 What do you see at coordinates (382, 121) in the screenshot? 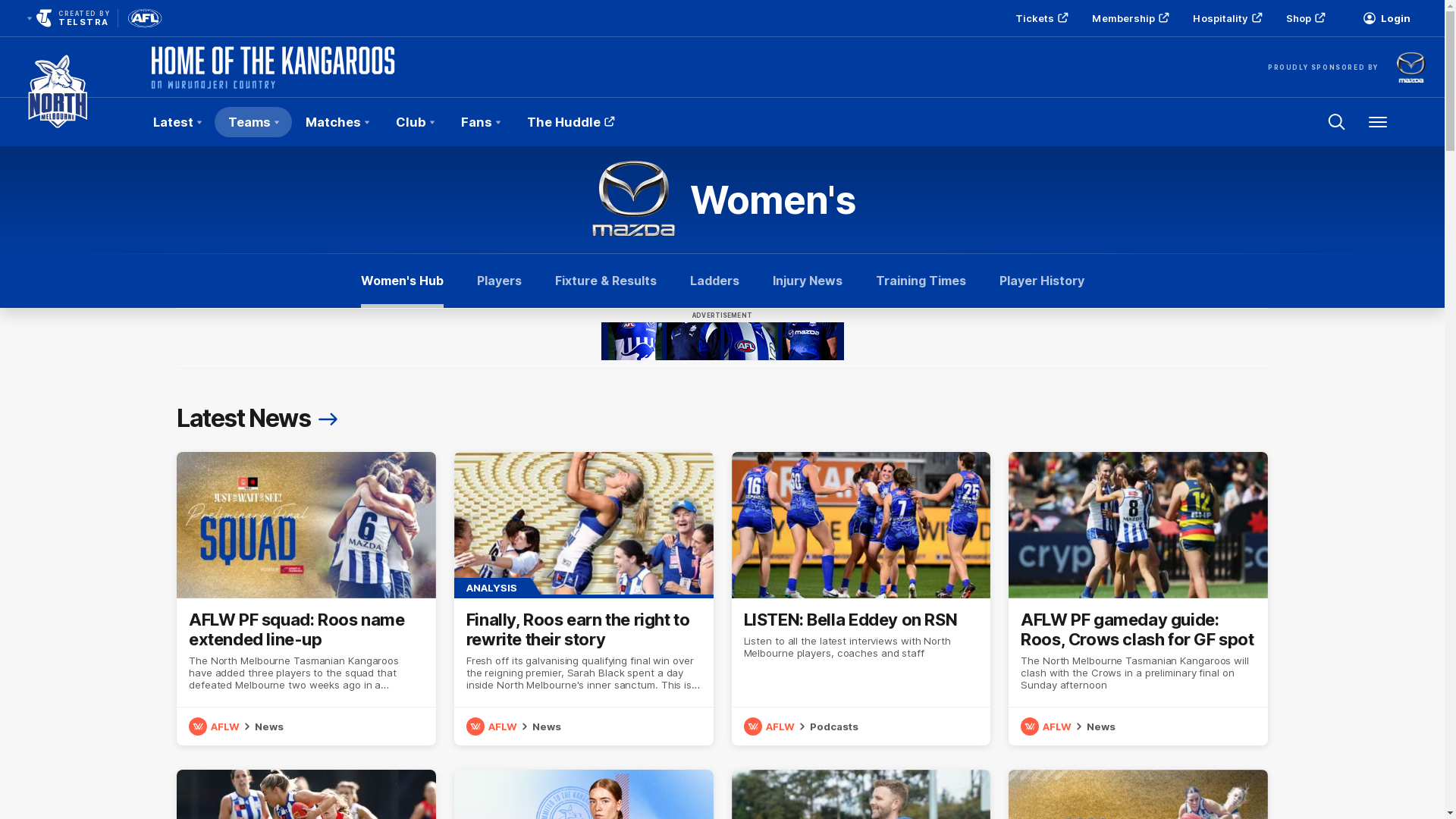
I see `'Club'` at bounding box center [382, 121].